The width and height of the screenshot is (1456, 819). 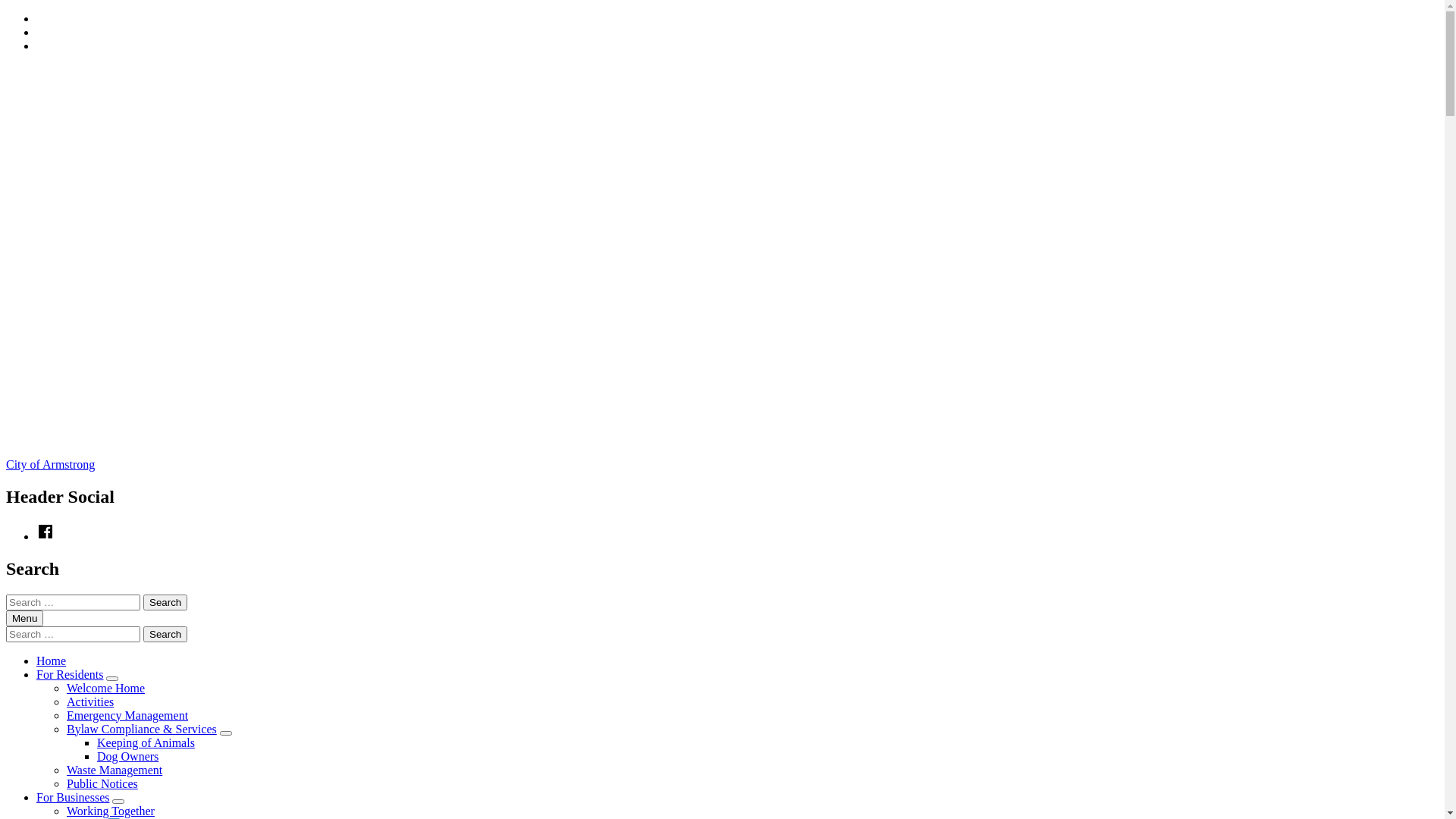 I want to click on 'Search', so click(x=165, y=601).